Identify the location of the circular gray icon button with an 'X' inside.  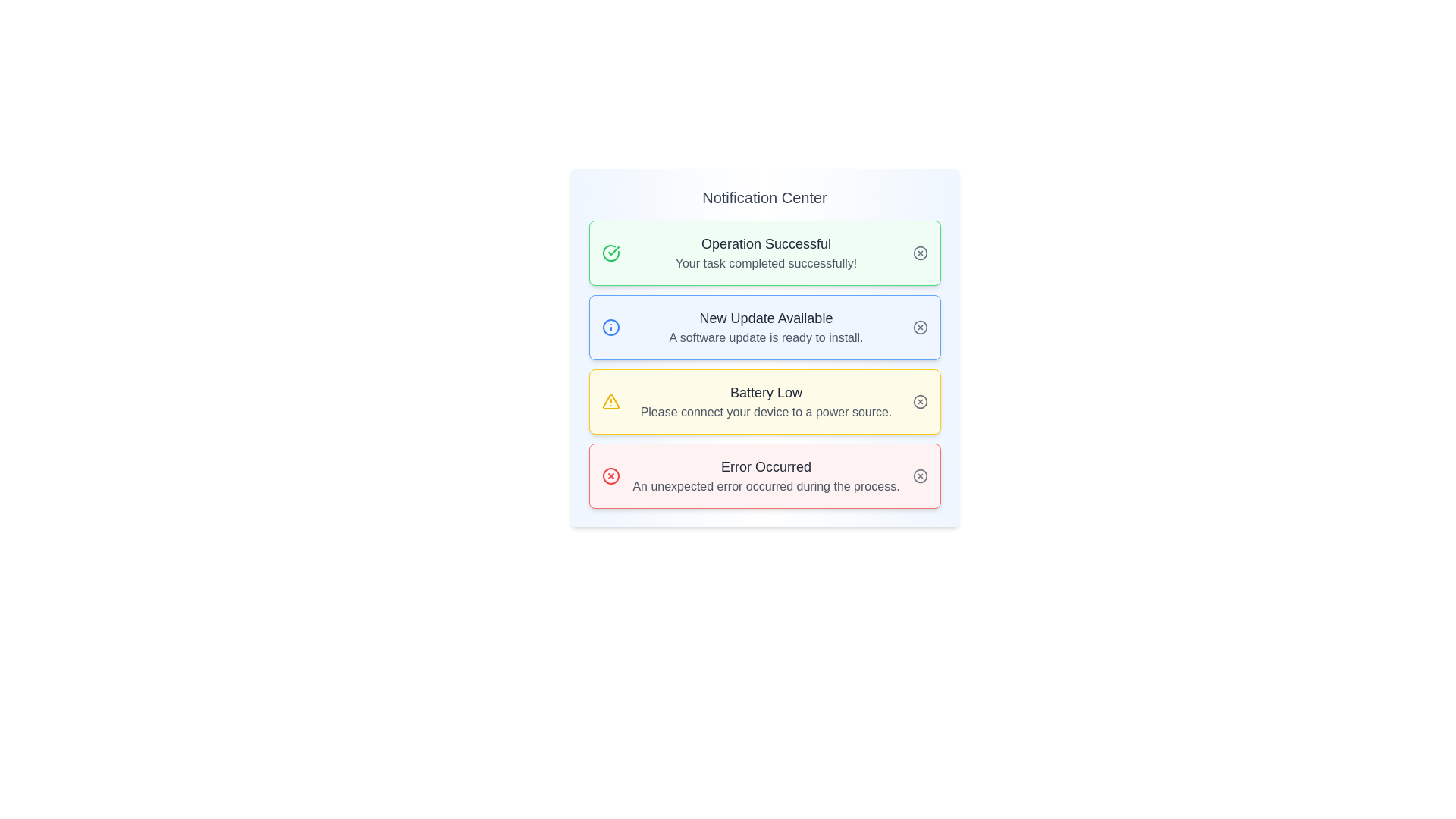
(919, 475).